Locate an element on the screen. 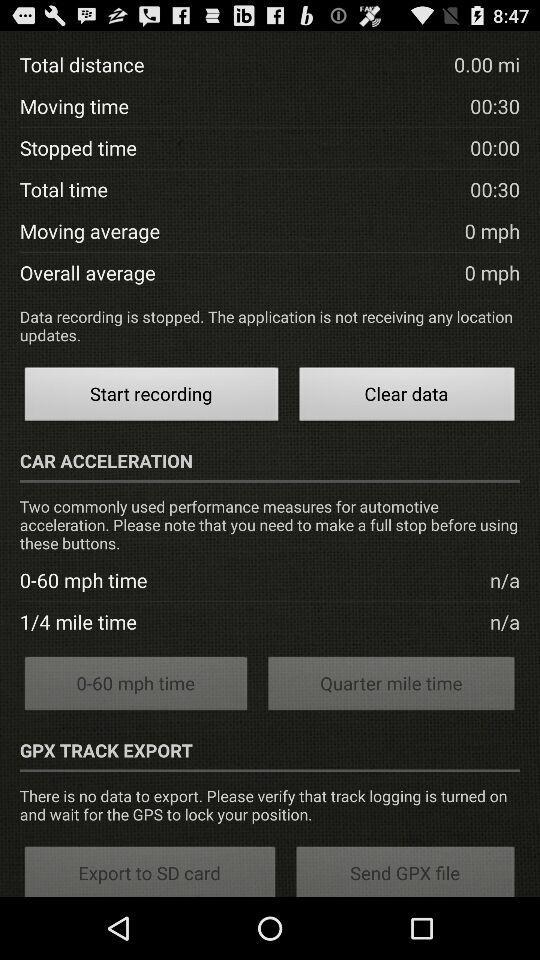  the icon next to clear data is located at coordinates (150, 396).